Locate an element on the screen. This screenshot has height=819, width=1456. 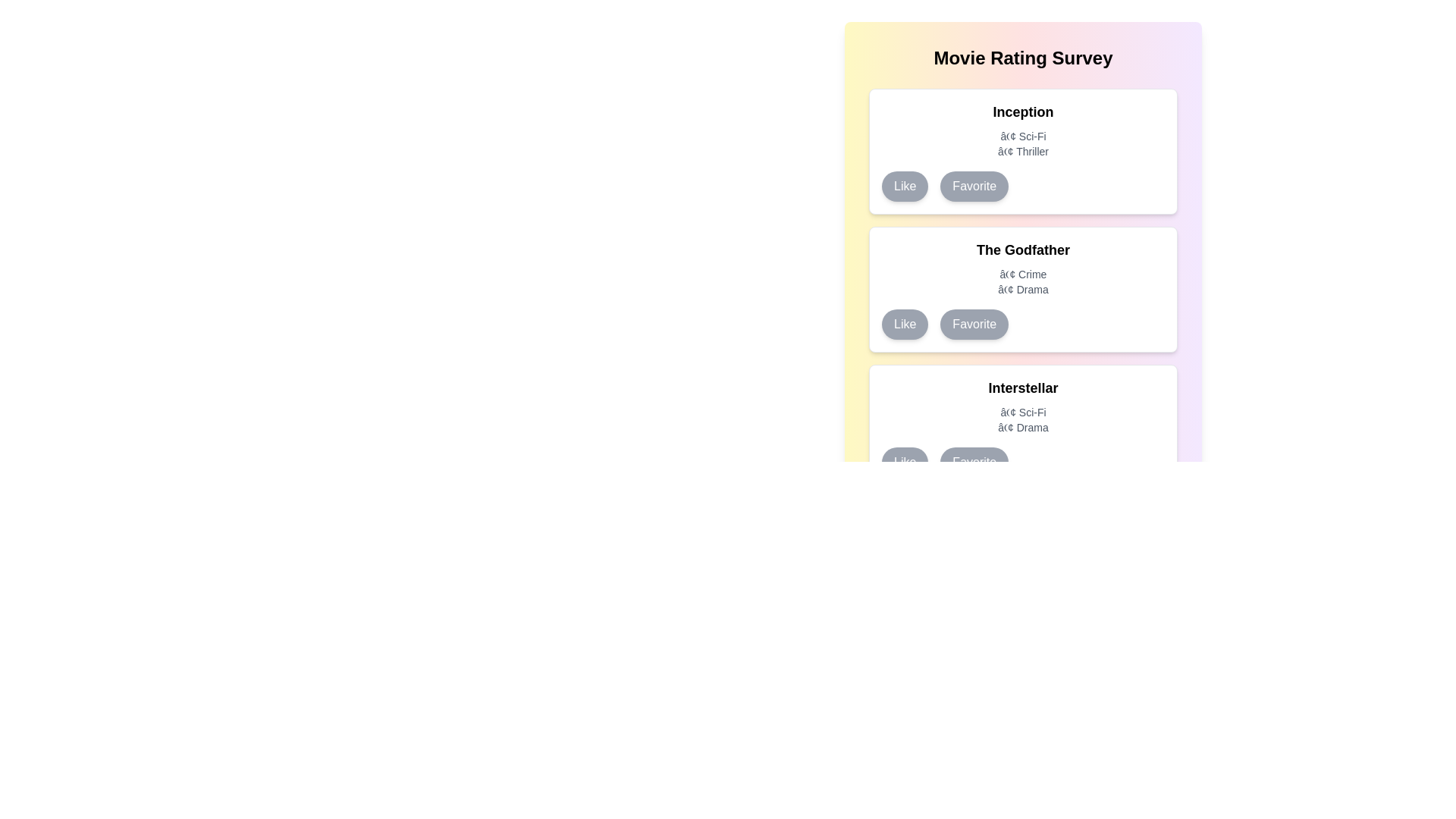
the 'Favorite' button, which is a rounded rectangle with a gray background and white text, located to the right of the 'Like' button under the section 'The Godfather' is located at coordinates (974, 324).